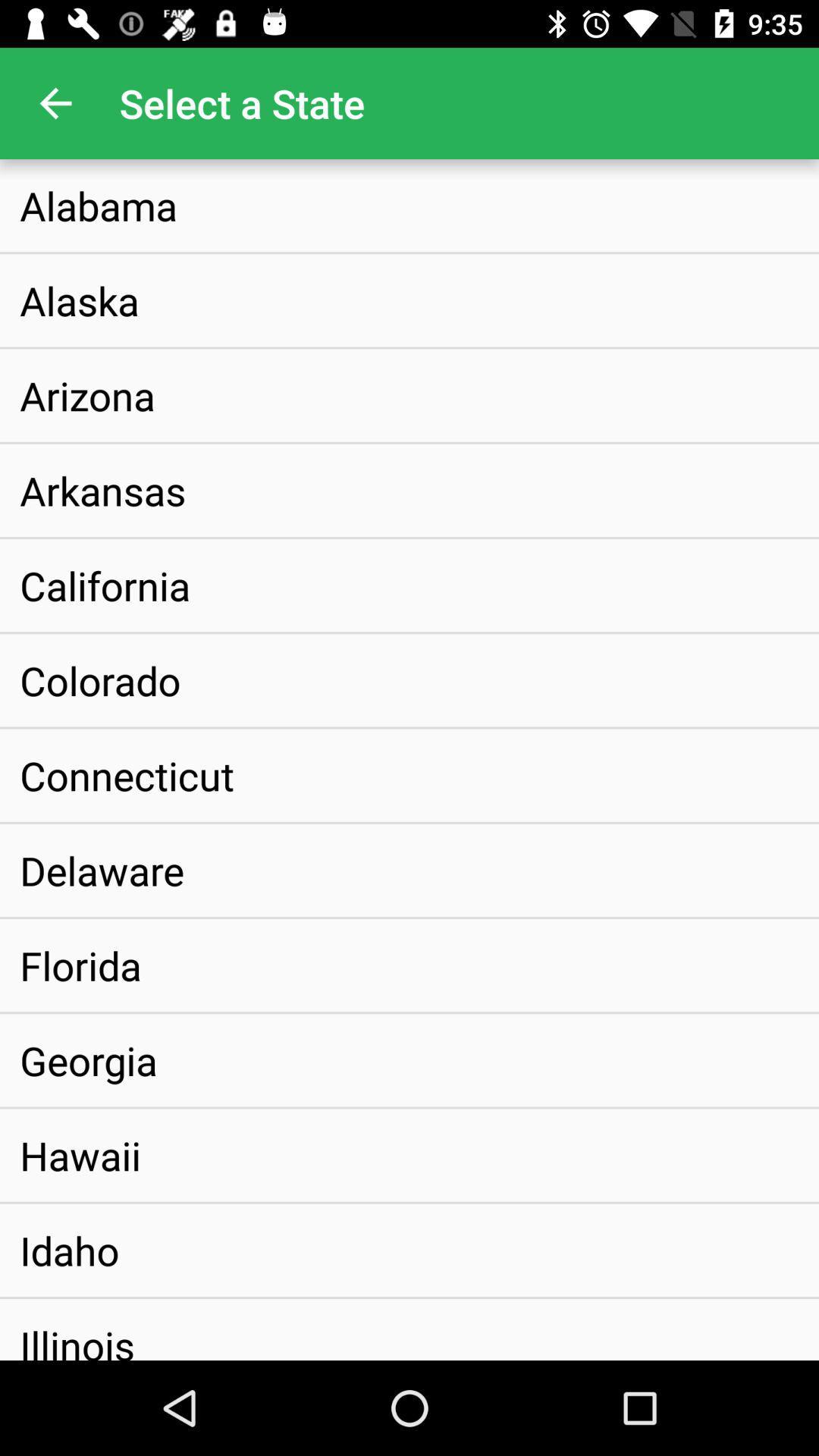 The width and height of the screenshot is (819, 1456). Describe the element at coordinates (55, 102) in the screenshot. I see `icon above alabama` at that location.